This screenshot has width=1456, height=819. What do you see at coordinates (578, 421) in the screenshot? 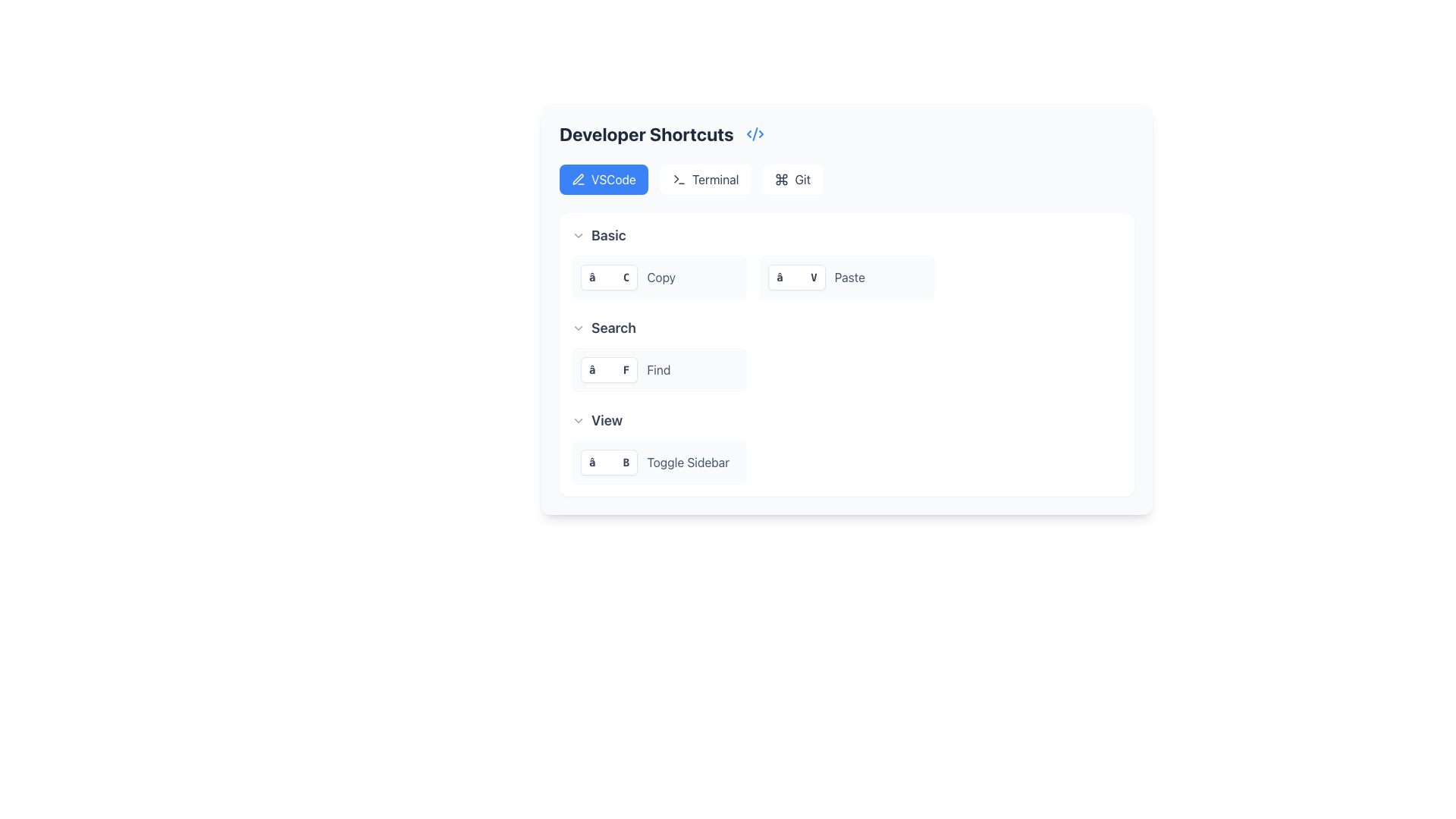
I see `the chevron icon indicating a collapsible dropdown menu associated with the 'View' label, located to the immediate left of the text 'View'` at bounding box center [578, 421].